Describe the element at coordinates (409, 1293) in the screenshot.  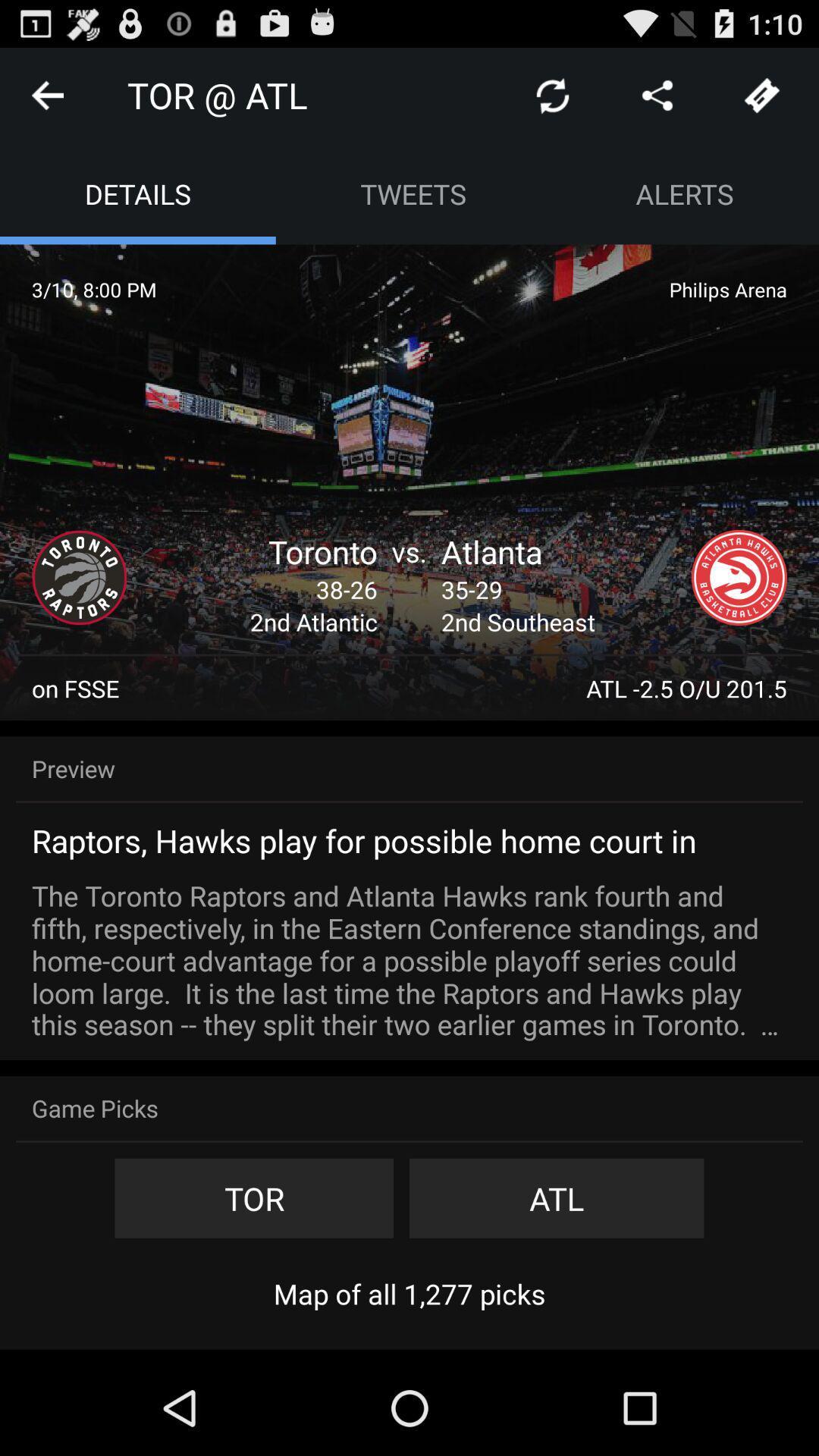
I see `the map of all icon` at that location.